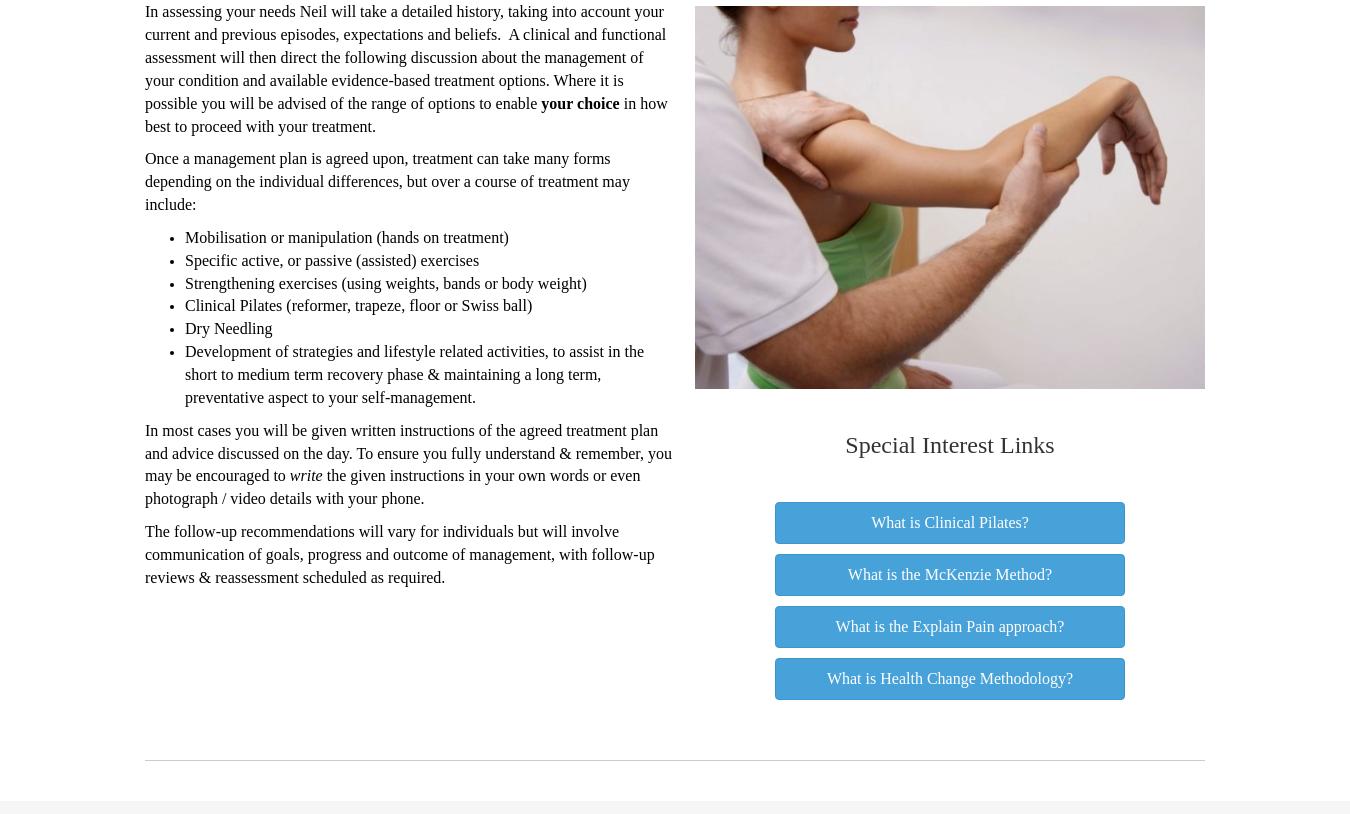 The image size is (1350, 814). What do you see at coordinates (385, 282) in the screenshot?
I see `'Strengthening exercises (using weights, bands or body weight)'` at bounding box center [385, 282].